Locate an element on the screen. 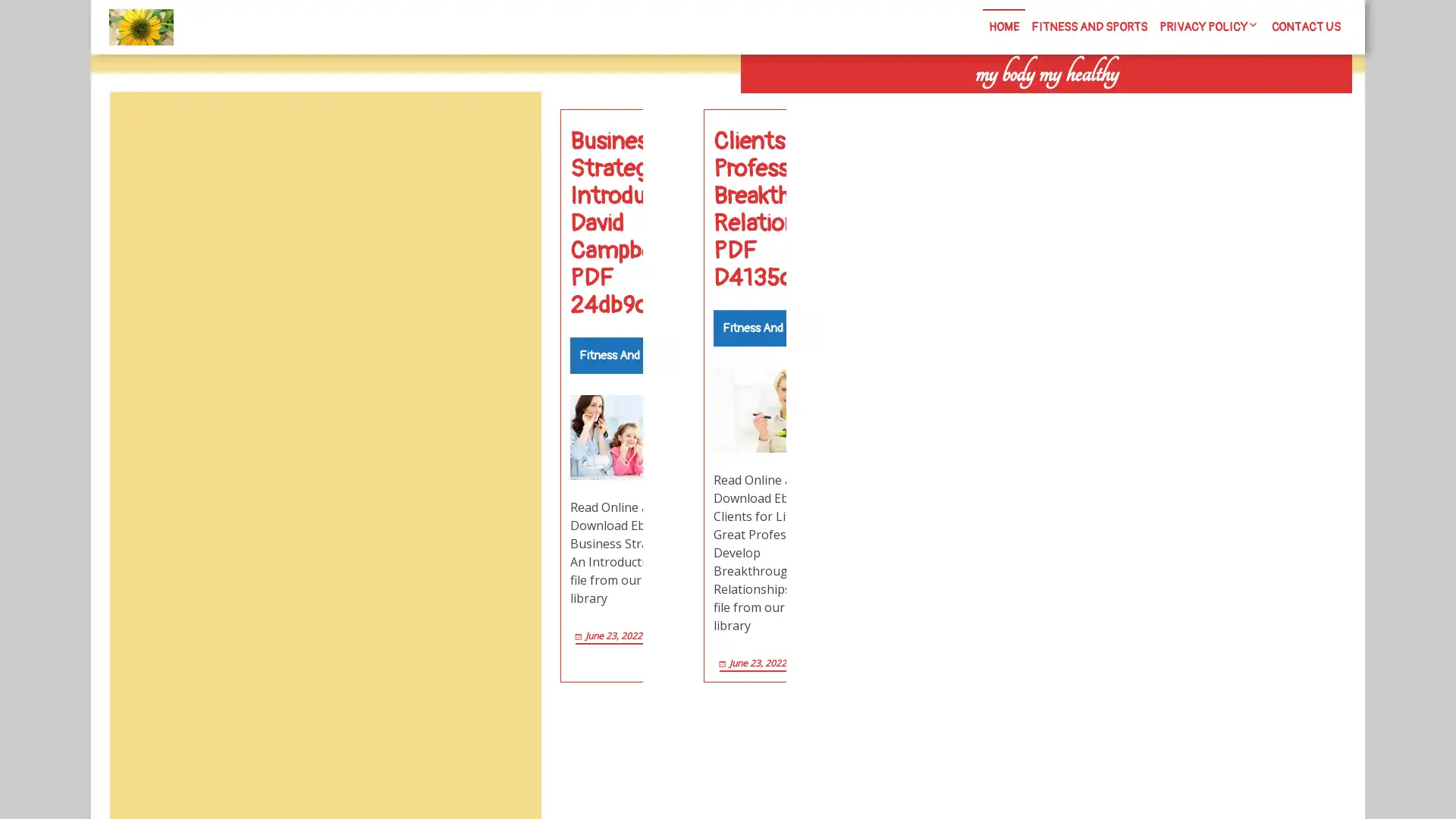  Search is located at coordinates (1181, 106).